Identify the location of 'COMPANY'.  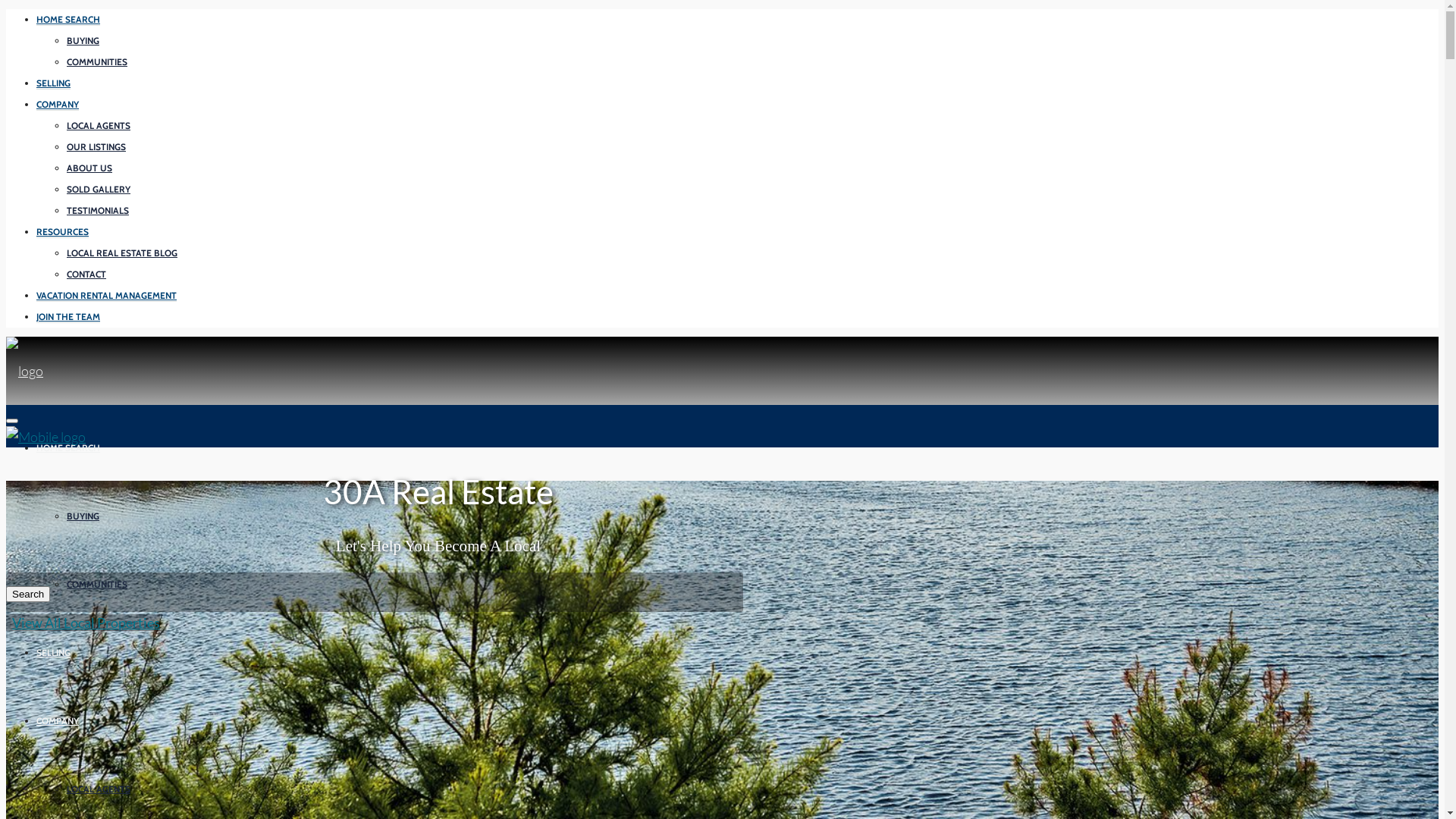
(58, 104).